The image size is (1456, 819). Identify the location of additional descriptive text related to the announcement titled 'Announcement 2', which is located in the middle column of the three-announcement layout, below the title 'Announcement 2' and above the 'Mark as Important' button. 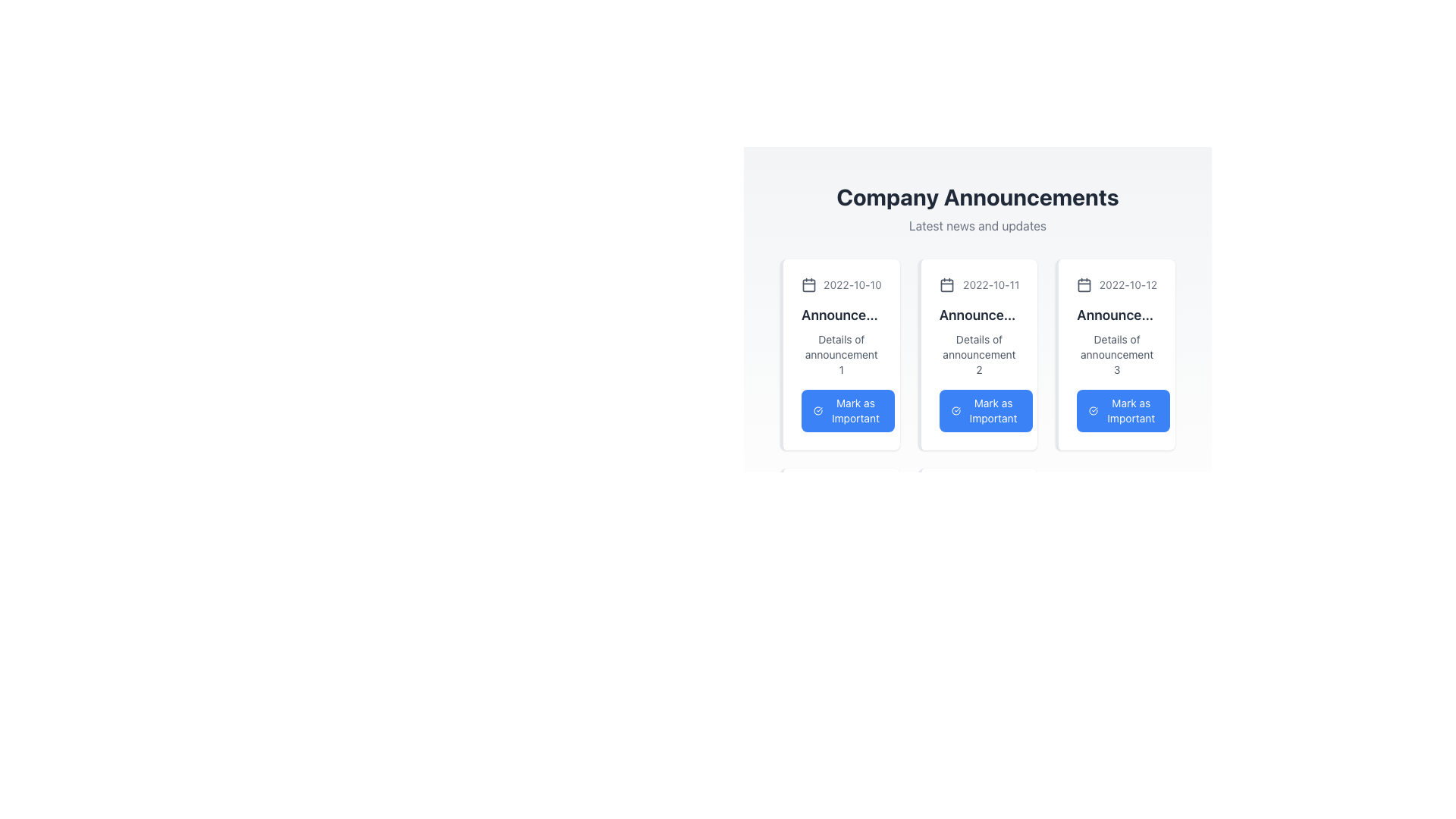
(979, 354).